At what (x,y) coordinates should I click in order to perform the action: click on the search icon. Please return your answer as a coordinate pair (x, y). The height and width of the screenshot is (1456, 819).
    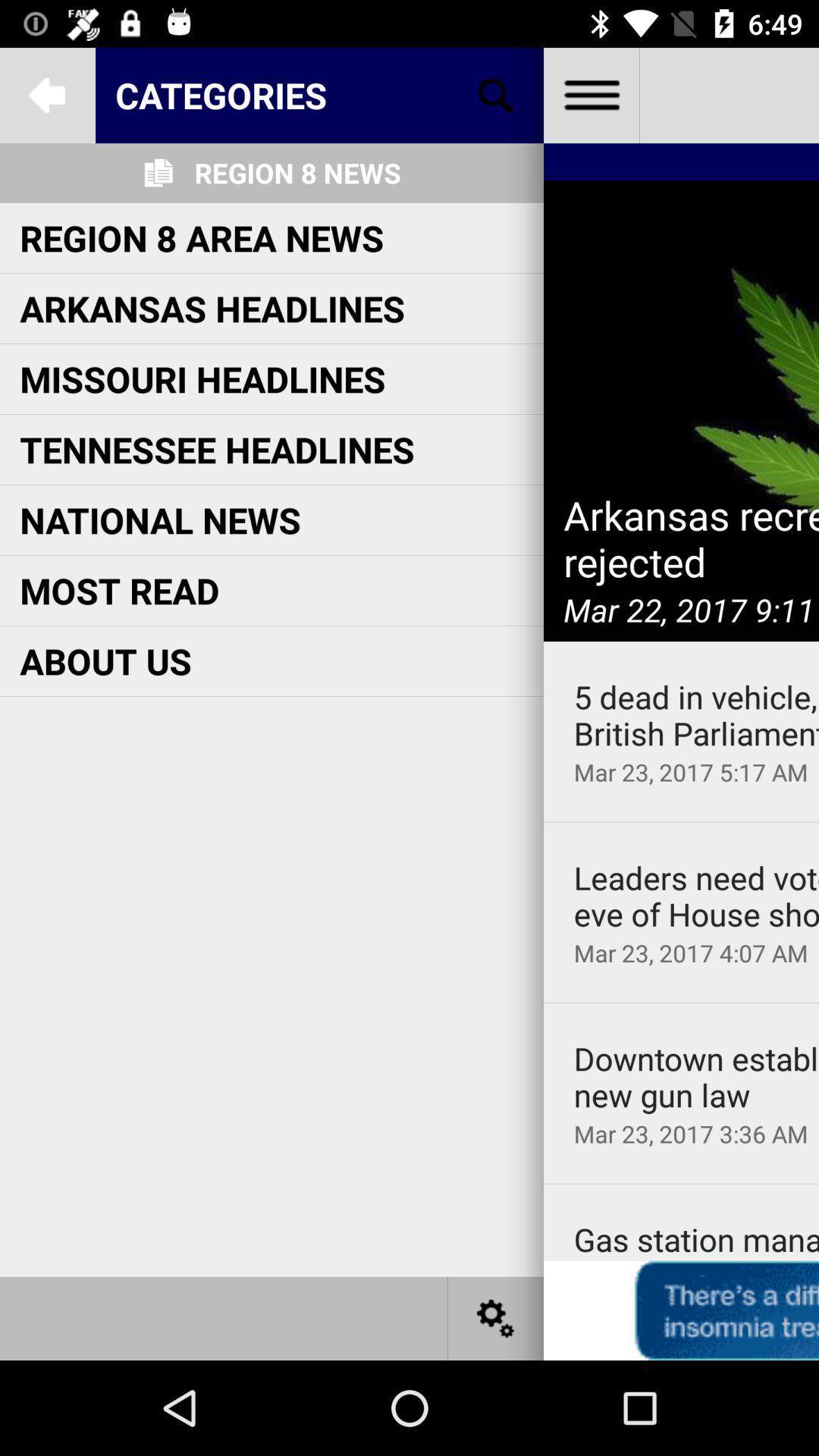
    Looking at the image, I should click on (496, 94).